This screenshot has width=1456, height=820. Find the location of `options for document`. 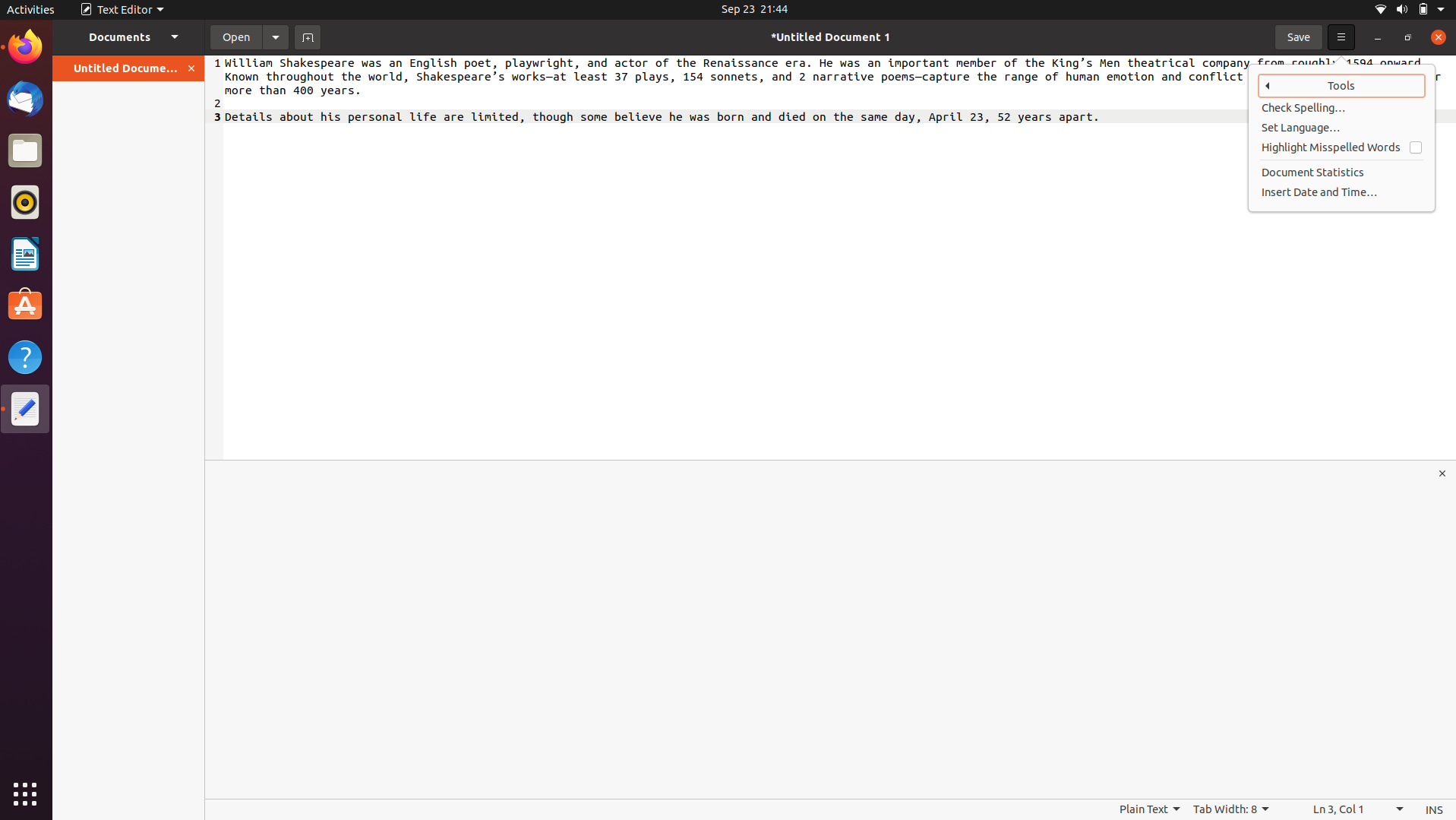

options for document is located at coordinates (275, 36).